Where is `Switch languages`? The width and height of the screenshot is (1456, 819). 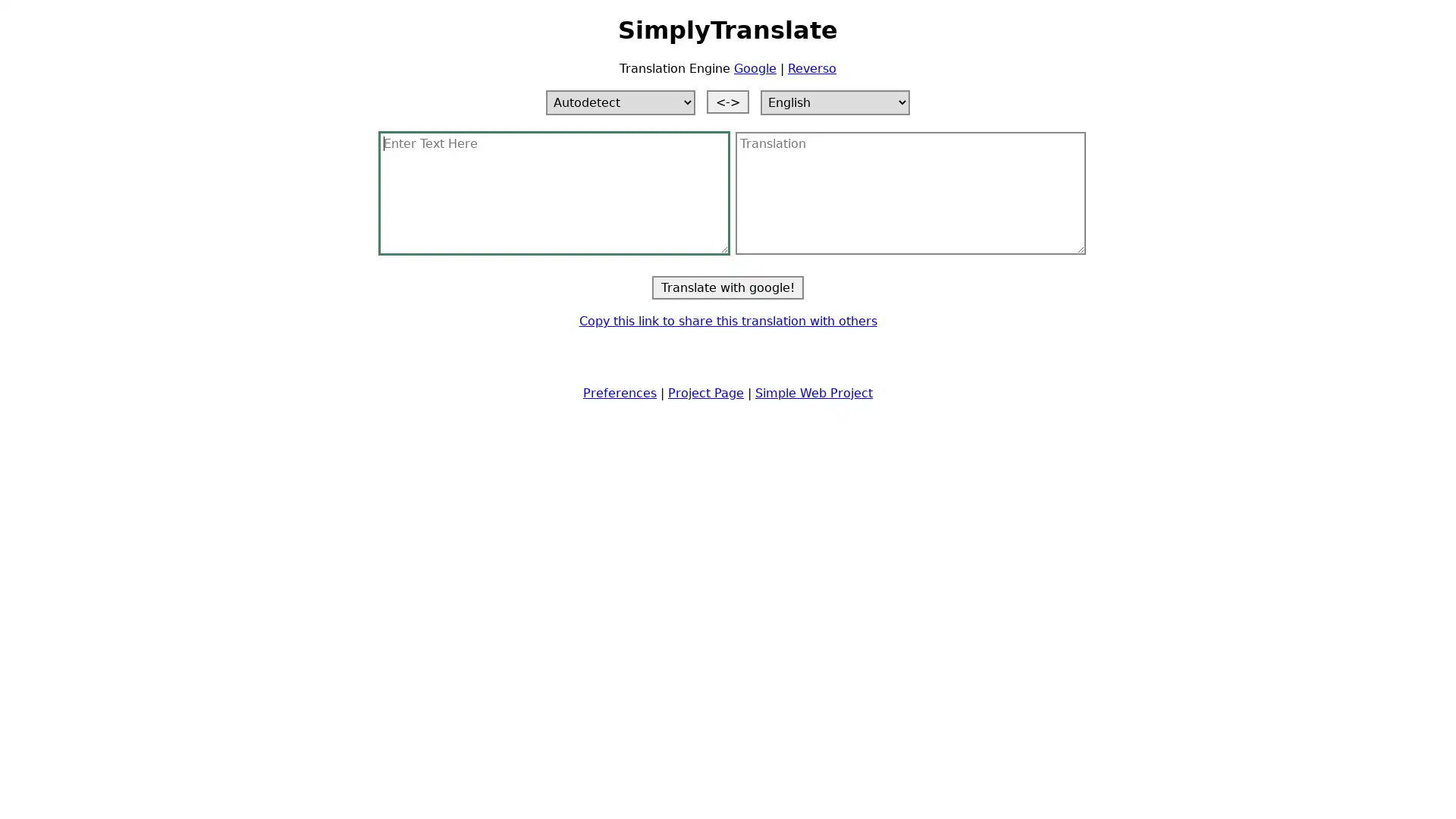
Switch languages is located at coordinates (728, 101).